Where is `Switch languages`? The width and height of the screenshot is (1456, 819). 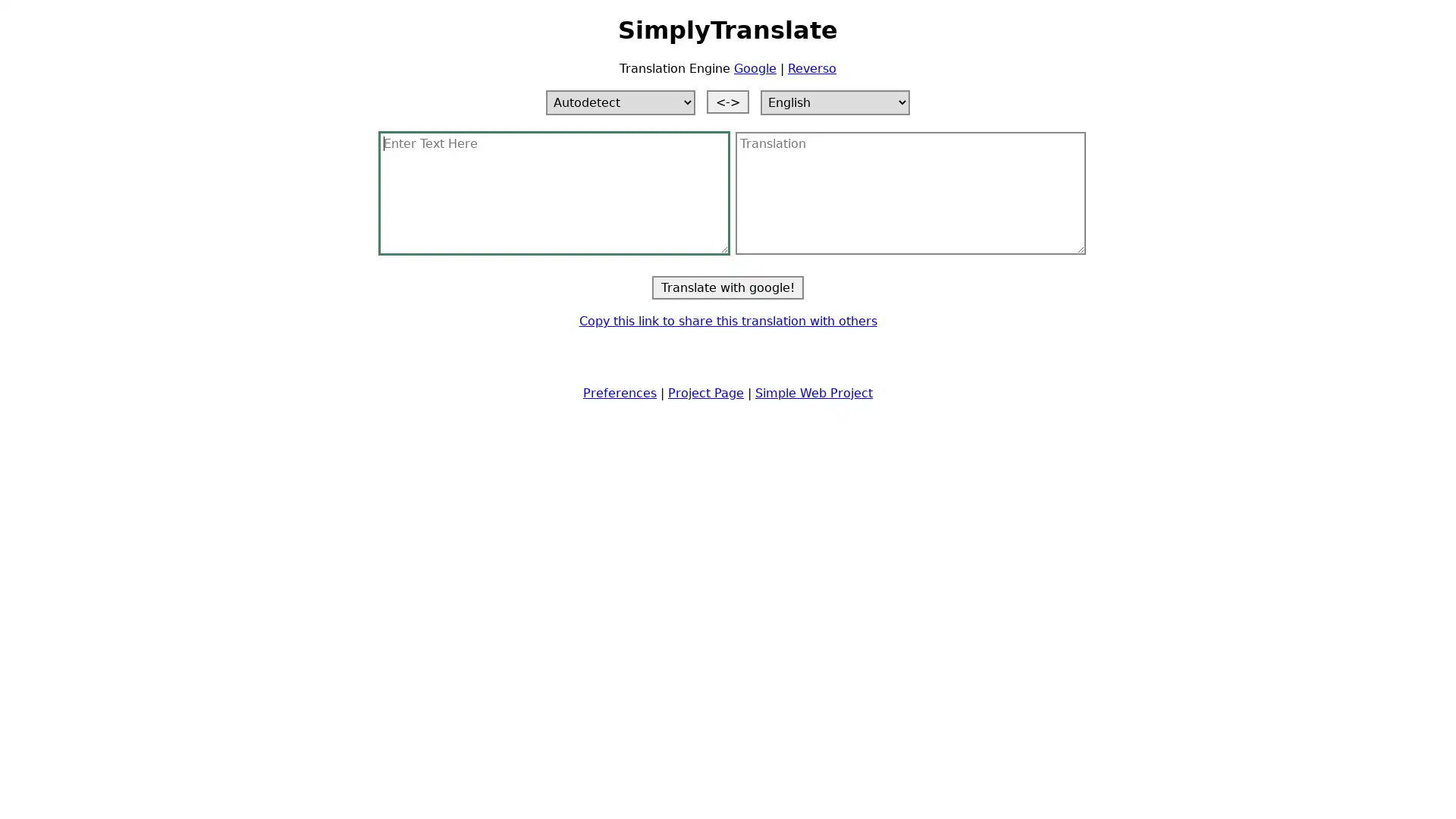
Switch languages is located at coordinates (728, 101).